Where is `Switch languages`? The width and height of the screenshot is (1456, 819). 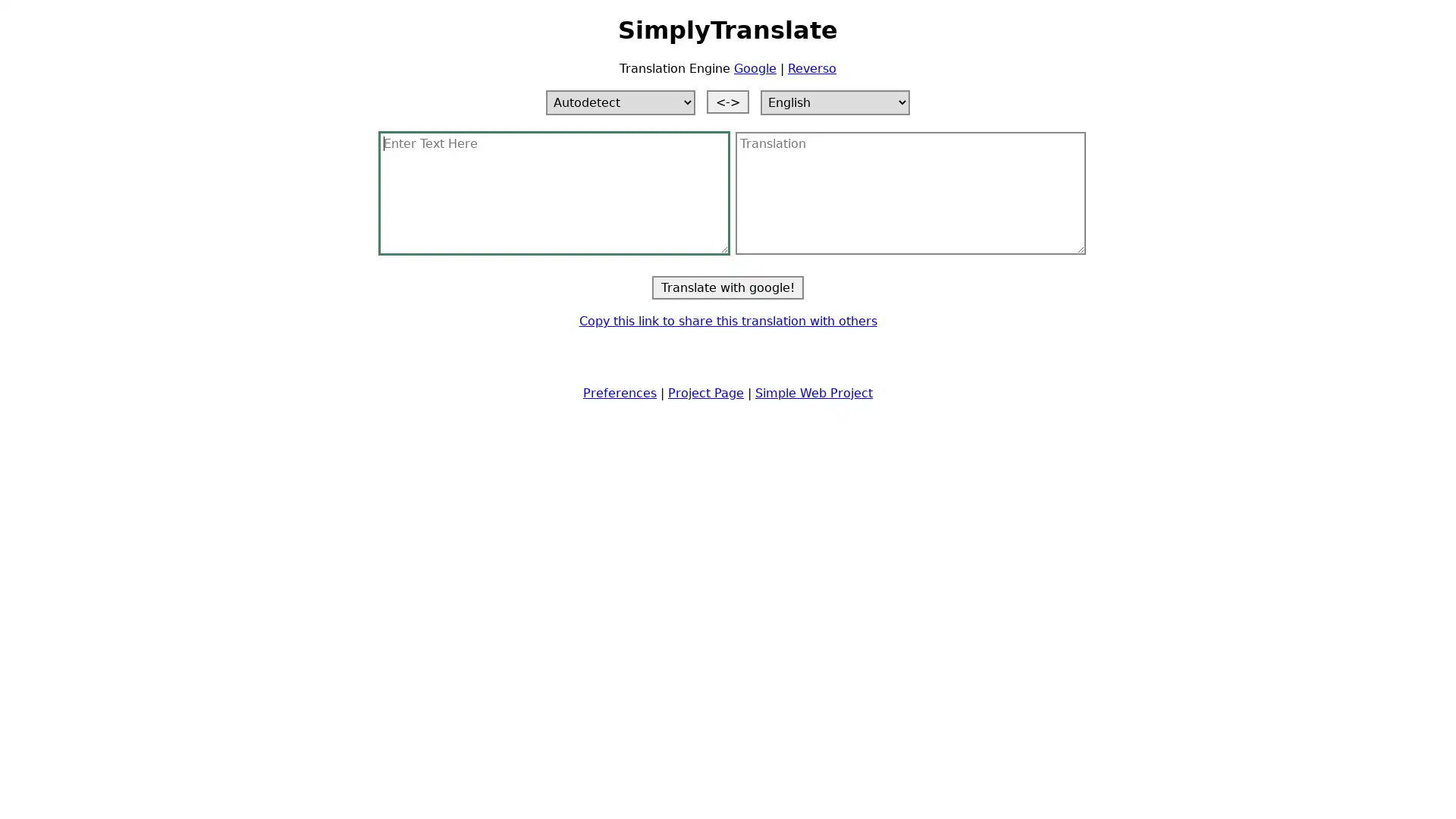
Switch languages is located at coordinates (728, 101).